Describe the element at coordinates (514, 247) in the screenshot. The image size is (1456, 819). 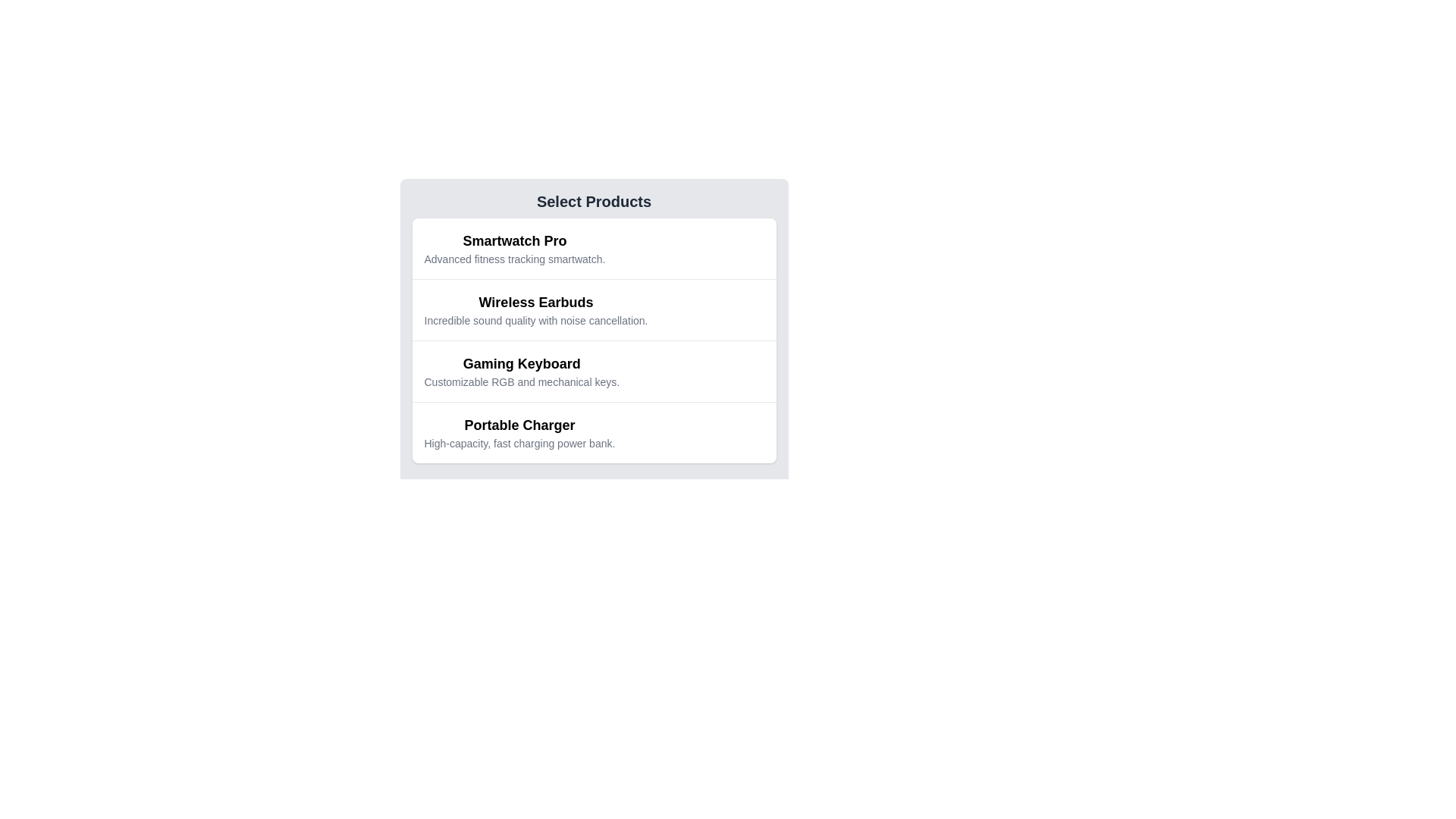
I see `text block containing information about the 'Smartwatch Pro', located in the top left corner of the product selection list, just below the heading 'Select Products'` at that location.